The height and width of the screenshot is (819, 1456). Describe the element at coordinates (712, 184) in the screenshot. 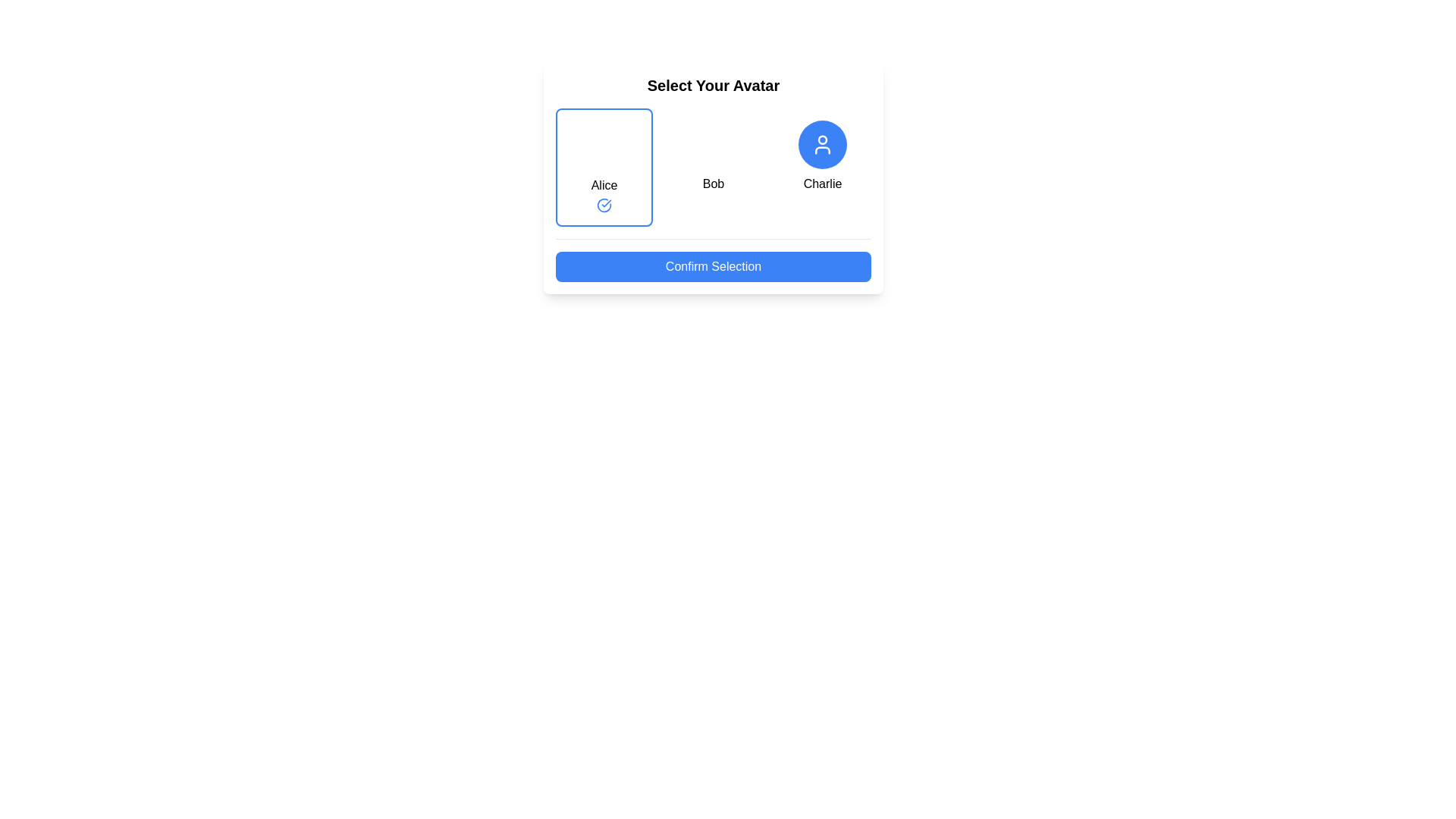

I see `the text label displaying the name 'Bob', which identifies the specific avatar option associated with it, located in the middle among three selection options` at that location.